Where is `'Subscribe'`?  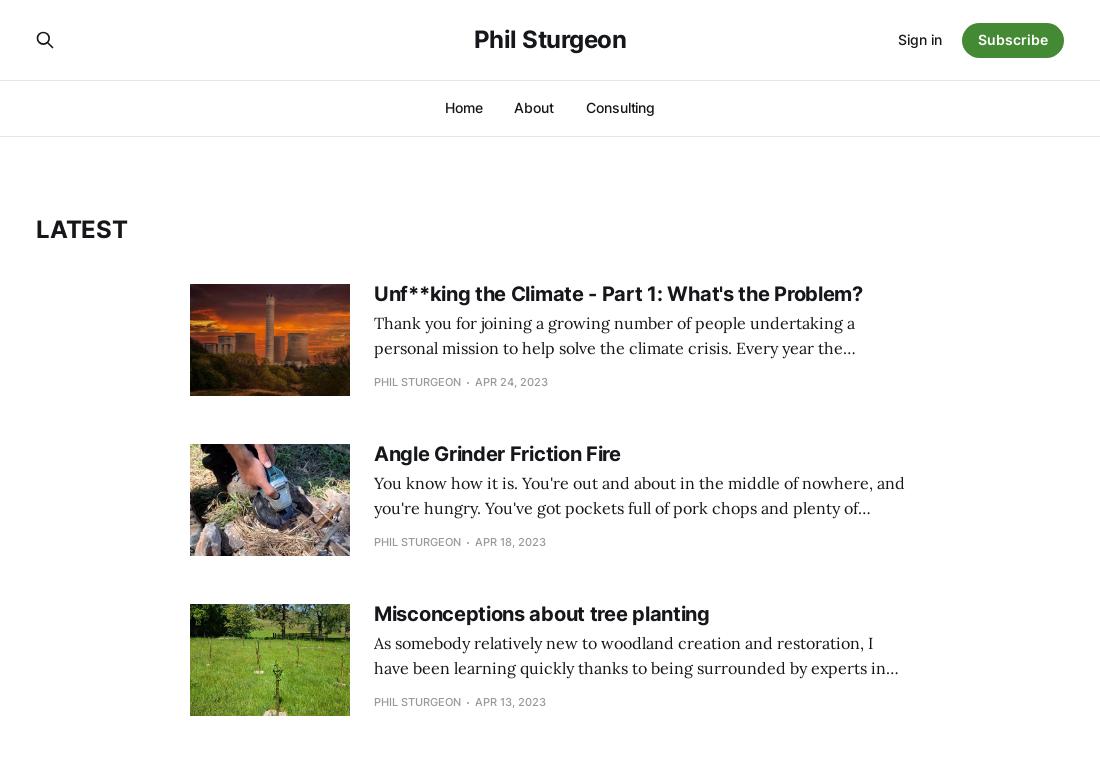 'Subscribe' is located at coordinates (1011, 38).